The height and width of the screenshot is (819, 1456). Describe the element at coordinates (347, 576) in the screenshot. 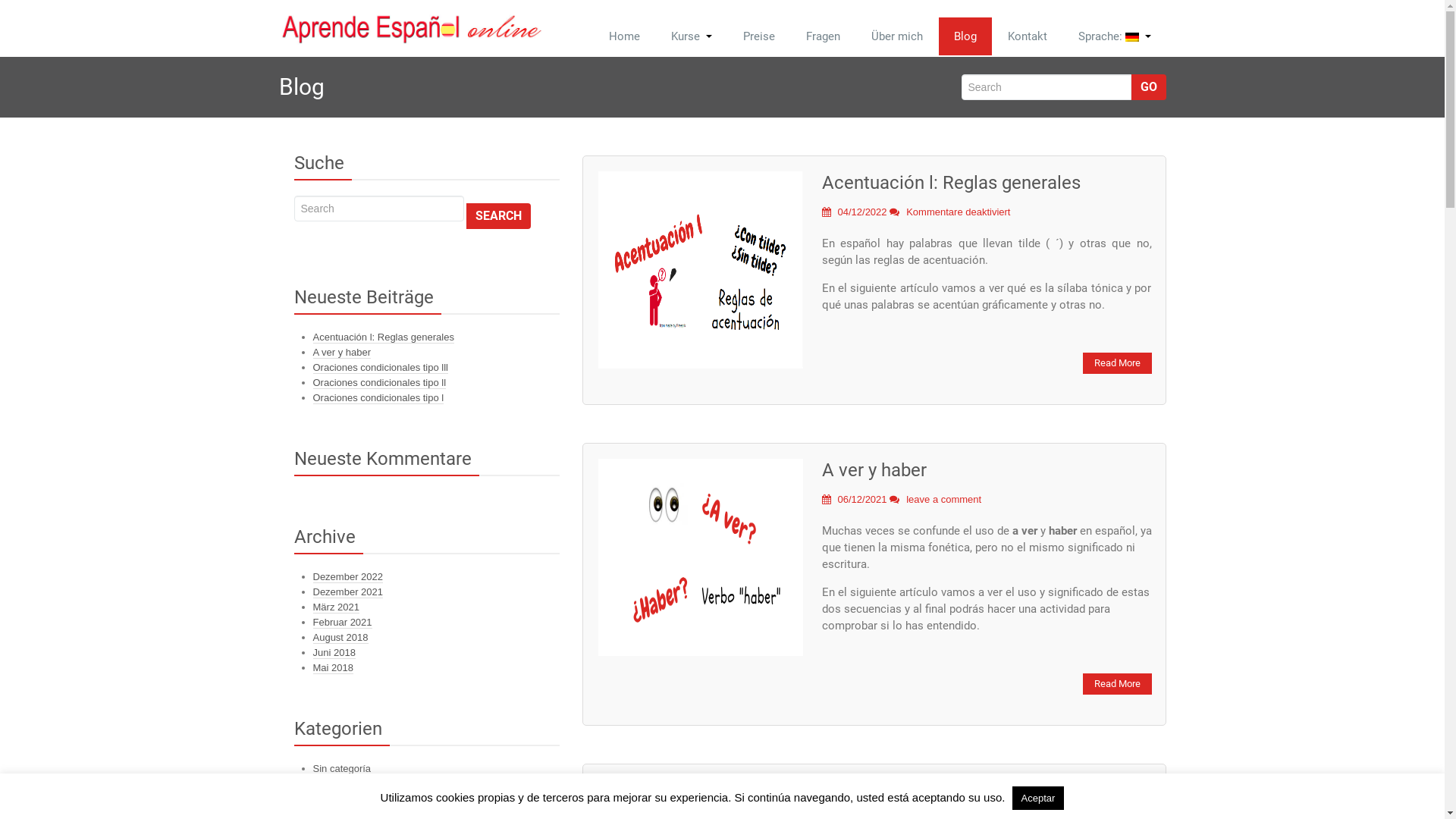

I see `'Dezember 2022'` at that location.